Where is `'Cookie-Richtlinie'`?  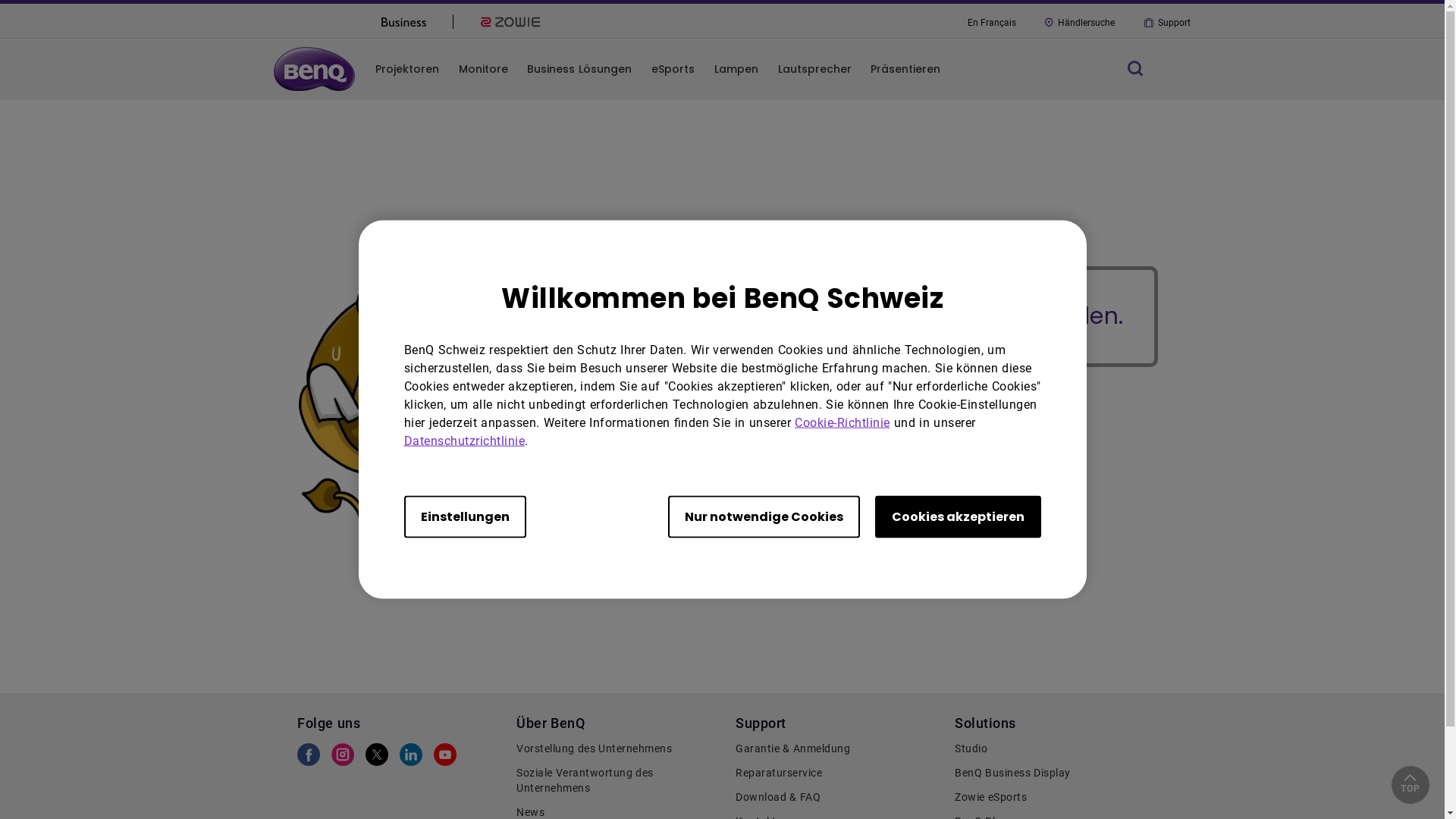 'Cookie-Richtlinie' is located at coordinates (841, 422).